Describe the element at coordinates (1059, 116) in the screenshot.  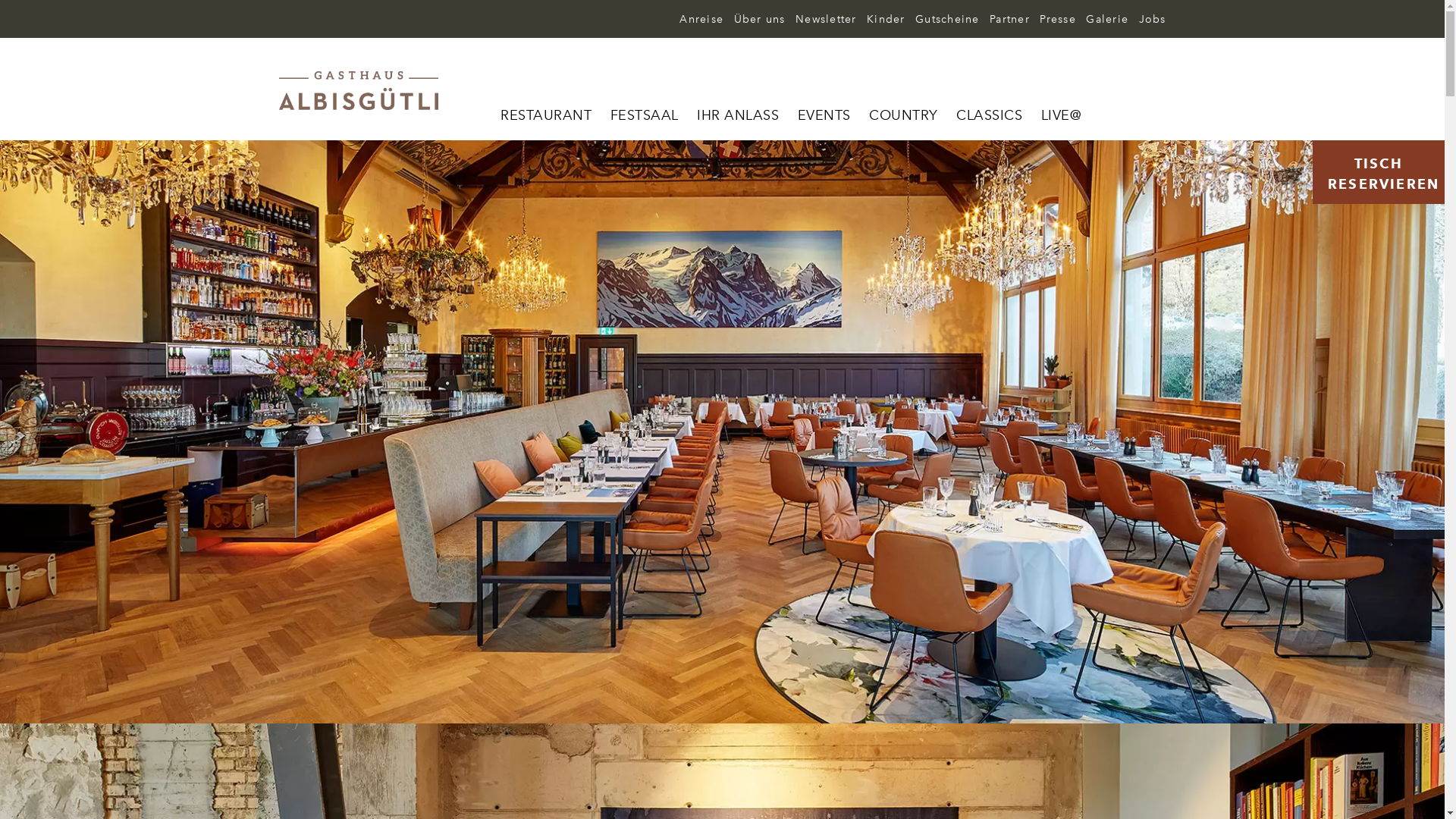
I see `'LIVE@'` at that location.